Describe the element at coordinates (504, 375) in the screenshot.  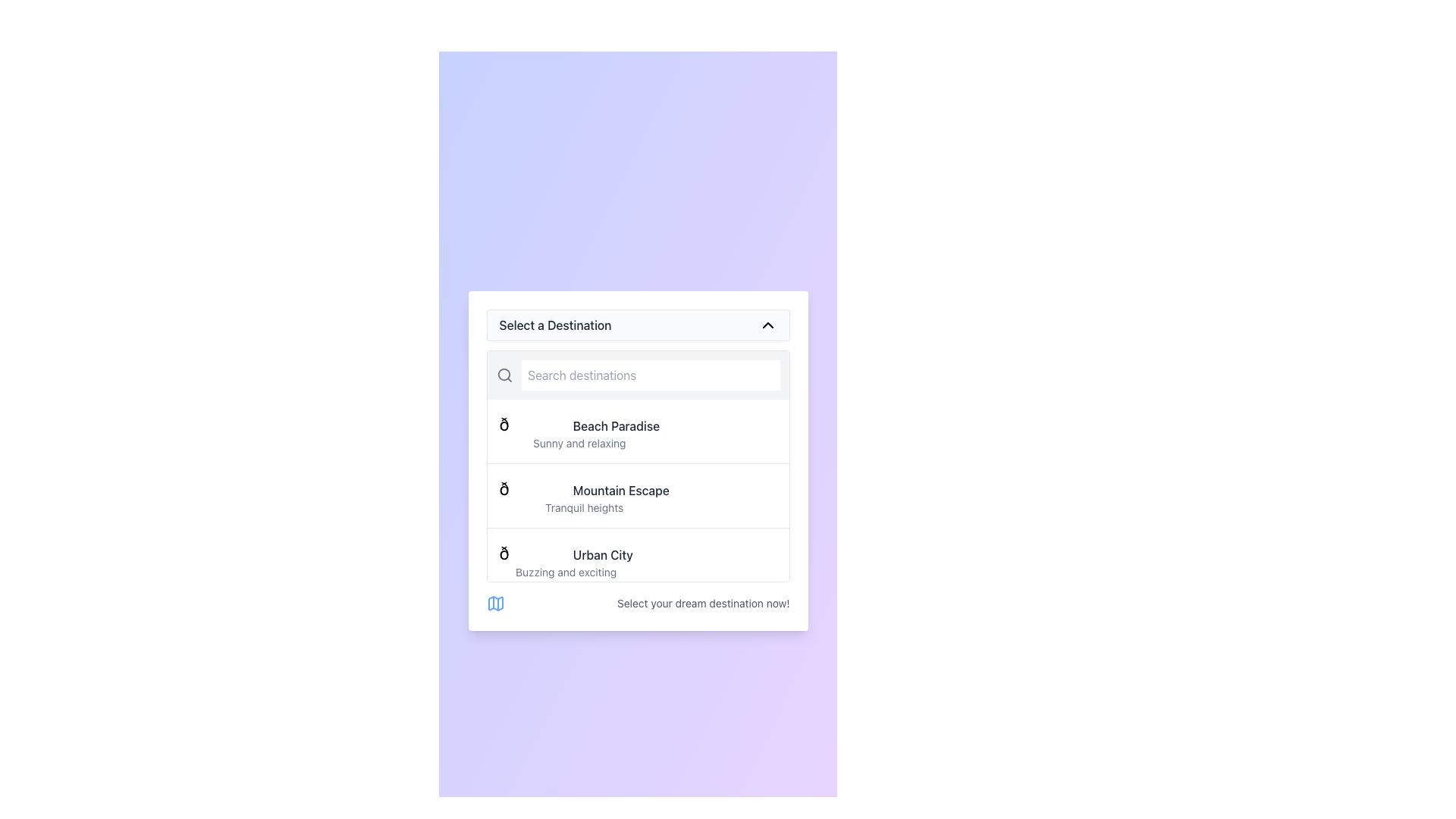
I see `the magnifying glass icon, which is styled with a gray outline and positioned at the far left of a horizontal layout containing a text input field` at that location.